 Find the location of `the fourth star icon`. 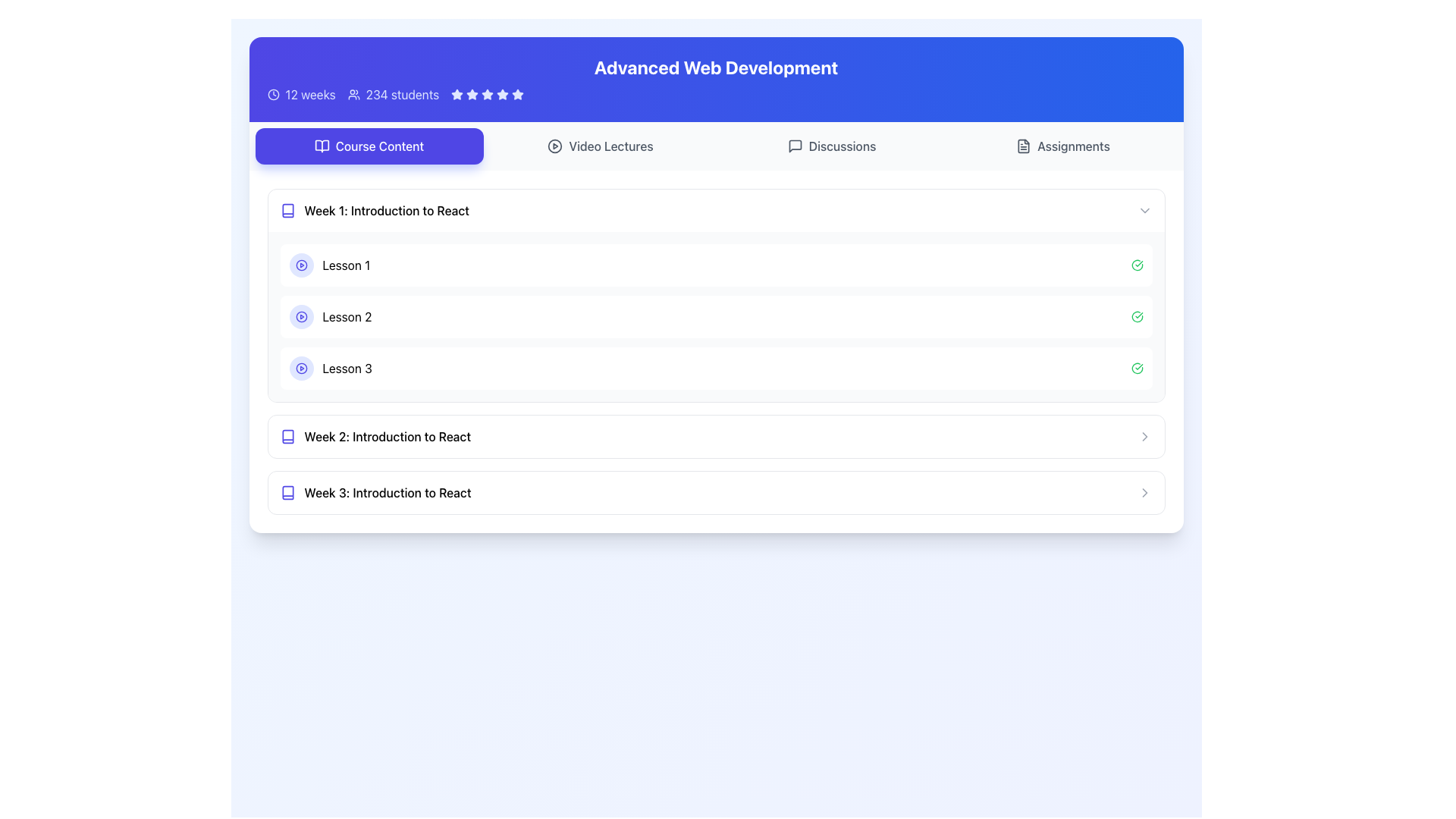

the fourth star icon is located at coordinates (503, 94).